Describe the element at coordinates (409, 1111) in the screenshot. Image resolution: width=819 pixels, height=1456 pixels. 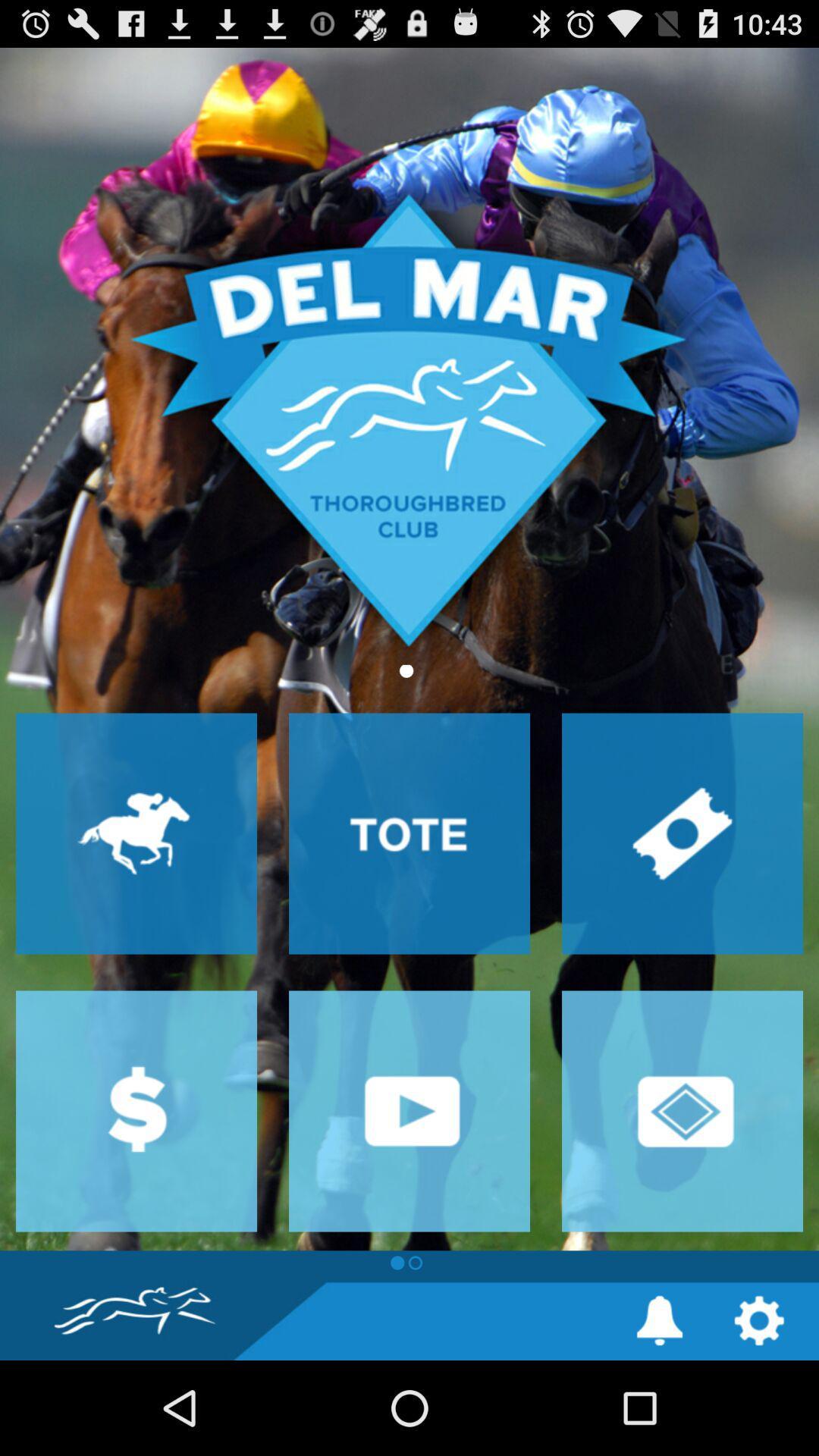
I see `youtube button` at that location.